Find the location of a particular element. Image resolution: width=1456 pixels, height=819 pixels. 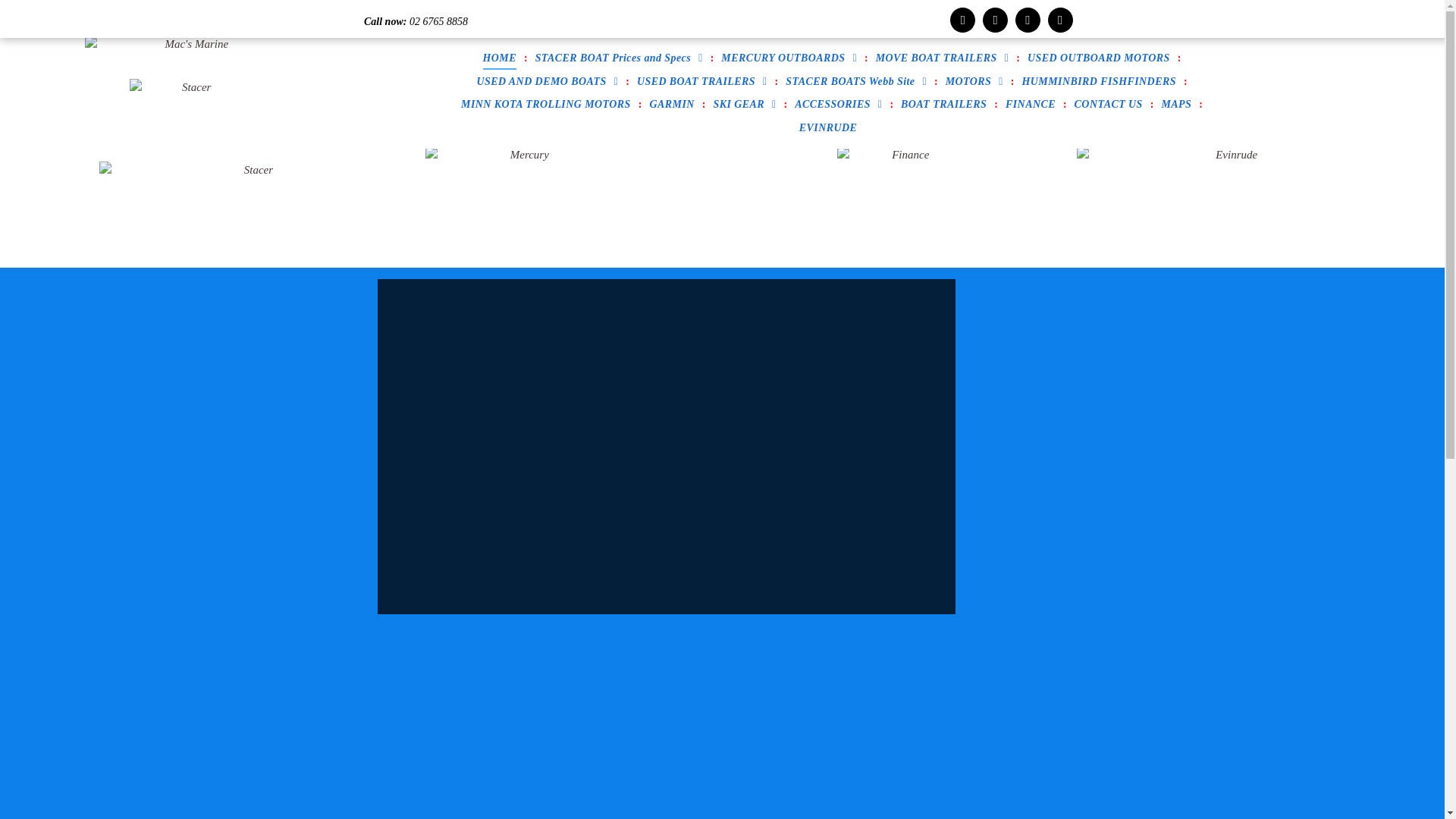

'MERCURY OUTBOARDS' is located at coordinates (789, 58).